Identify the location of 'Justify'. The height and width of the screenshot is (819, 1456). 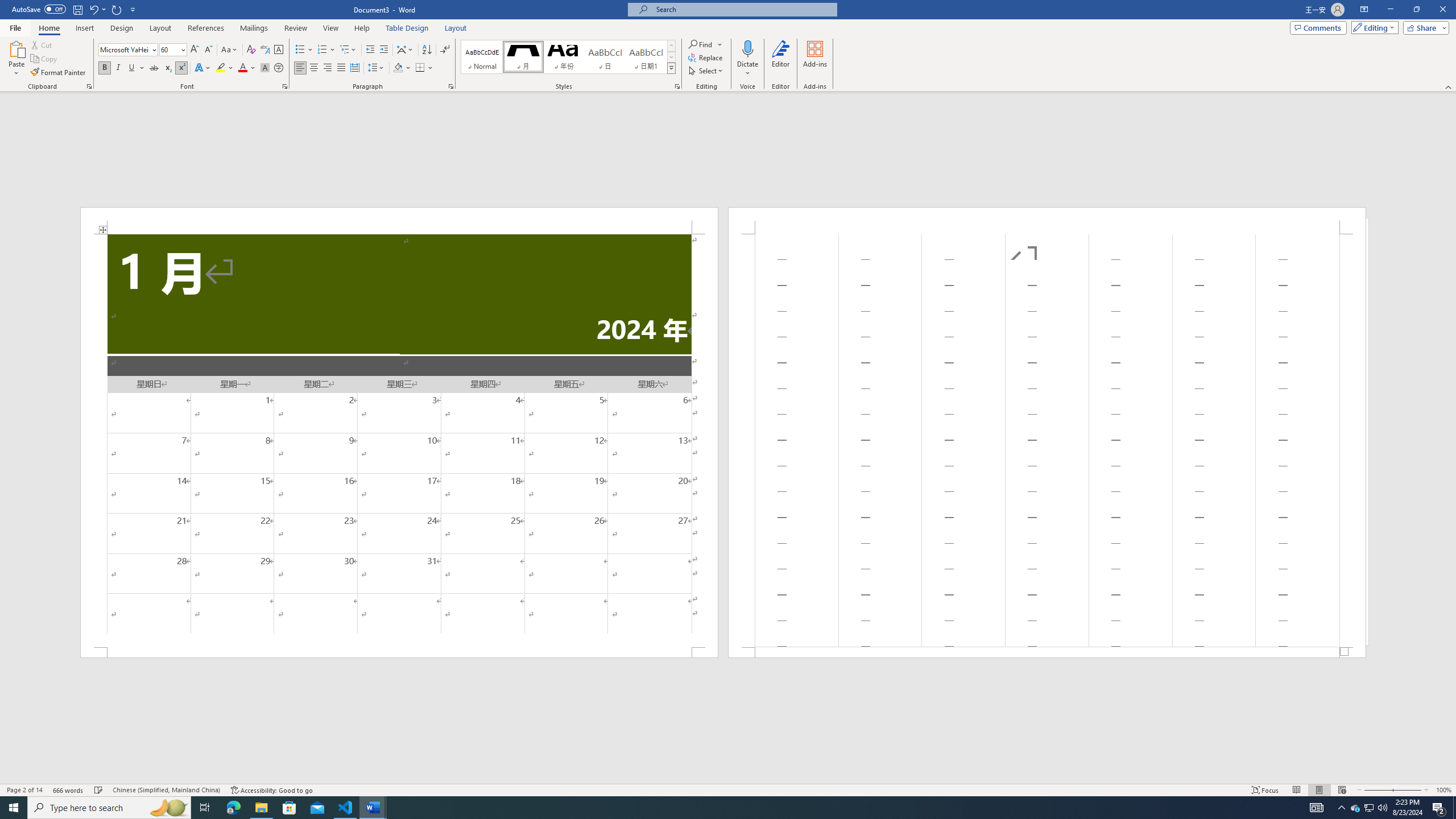
(341, 67).